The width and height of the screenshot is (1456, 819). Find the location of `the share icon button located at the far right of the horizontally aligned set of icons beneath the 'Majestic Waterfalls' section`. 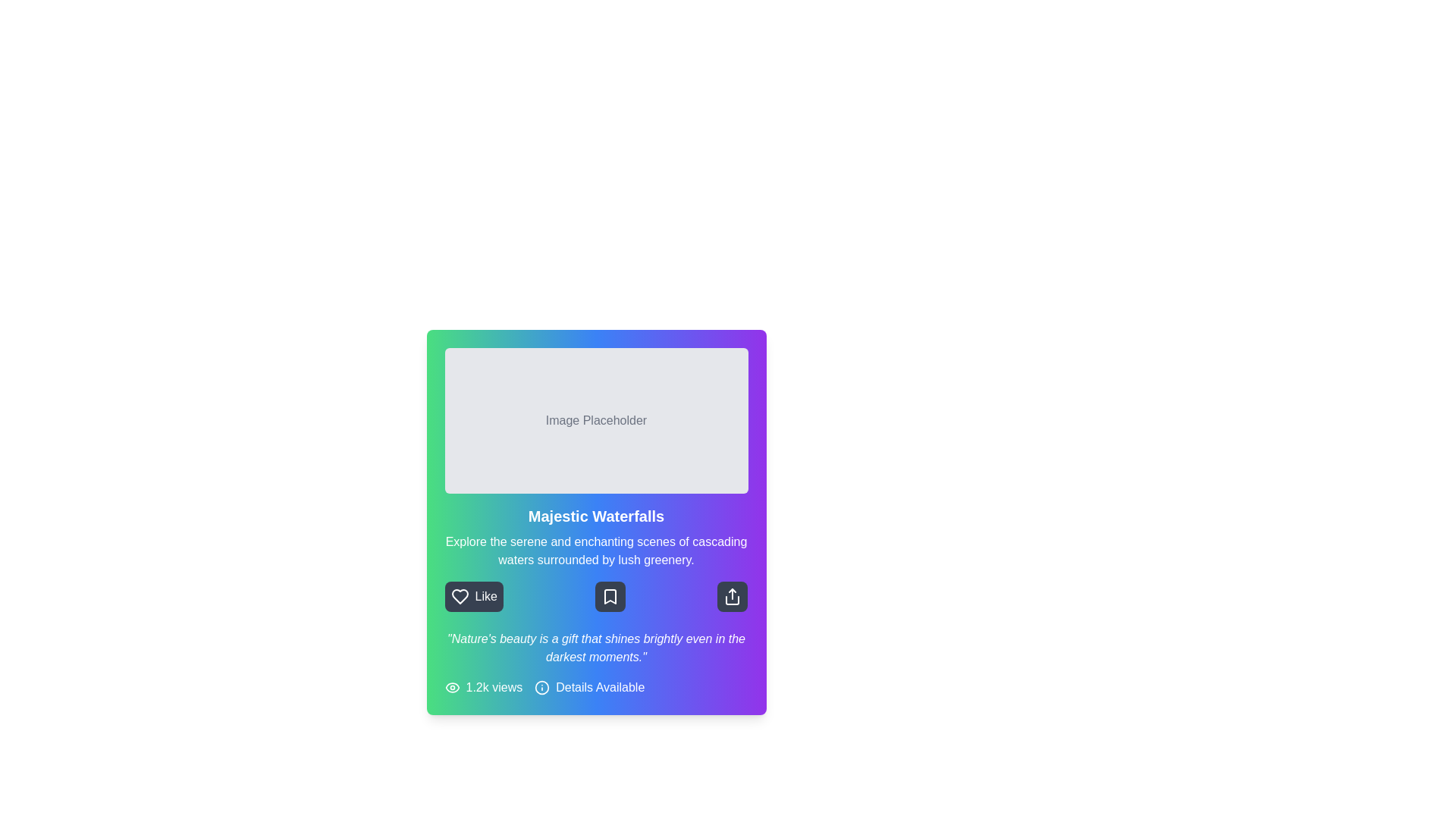

the share icon button located at the far right of the horizontally aligned set of icons beneath the 'Majestic Waterfalls' section is located at coordinates (733, 595).